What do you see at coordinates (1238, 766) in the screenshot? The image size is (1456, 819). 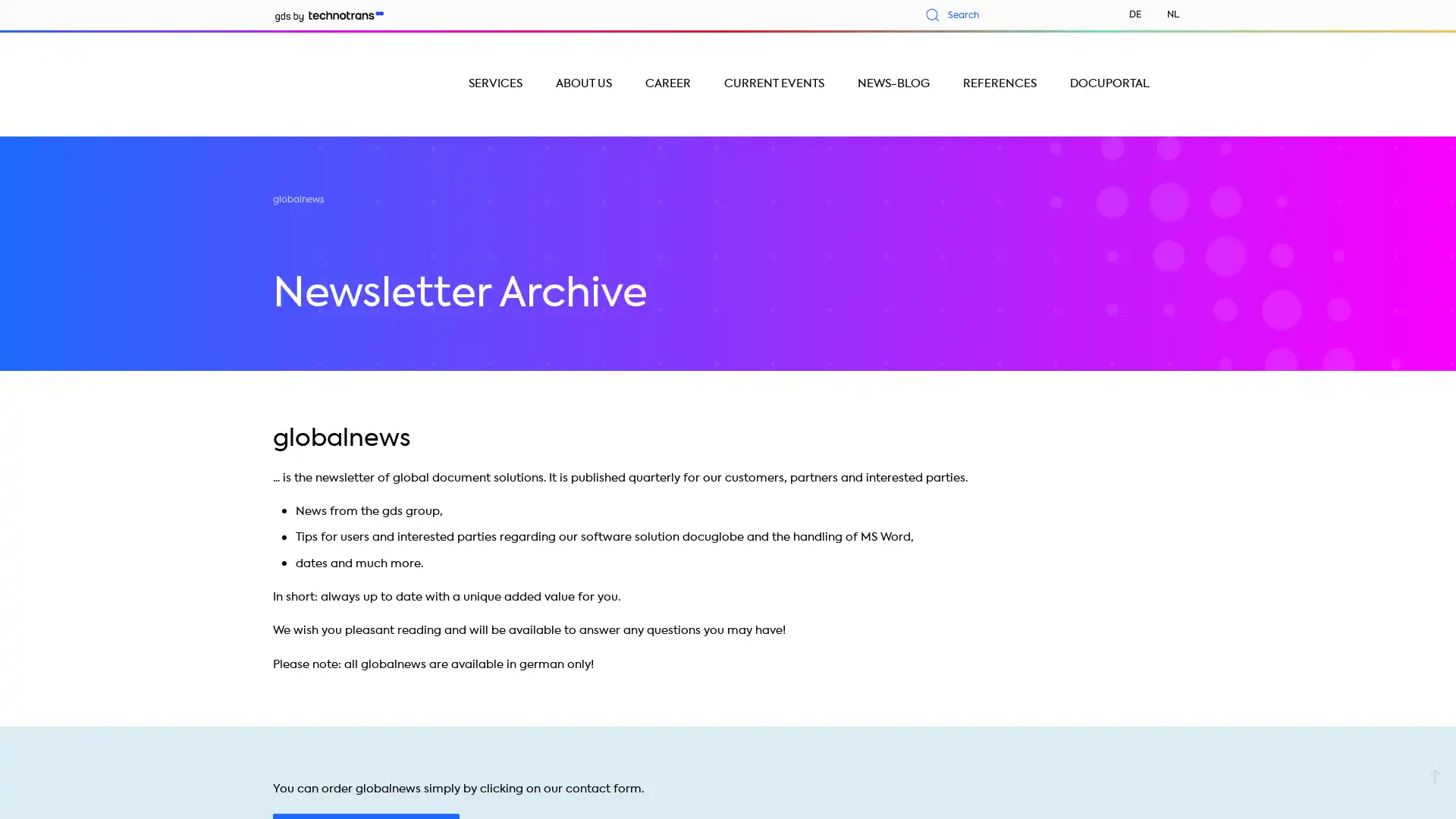 I see `MORE` at bounding box center [1238, 766].